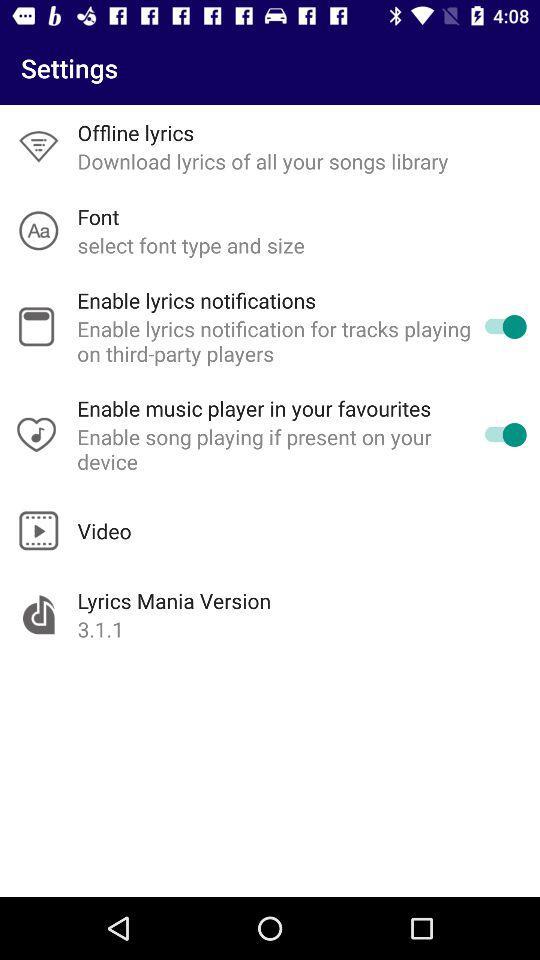  Describe the element at coordinates (174, 600) in the screenshot. I see `the lyrics mania version app` at that location.